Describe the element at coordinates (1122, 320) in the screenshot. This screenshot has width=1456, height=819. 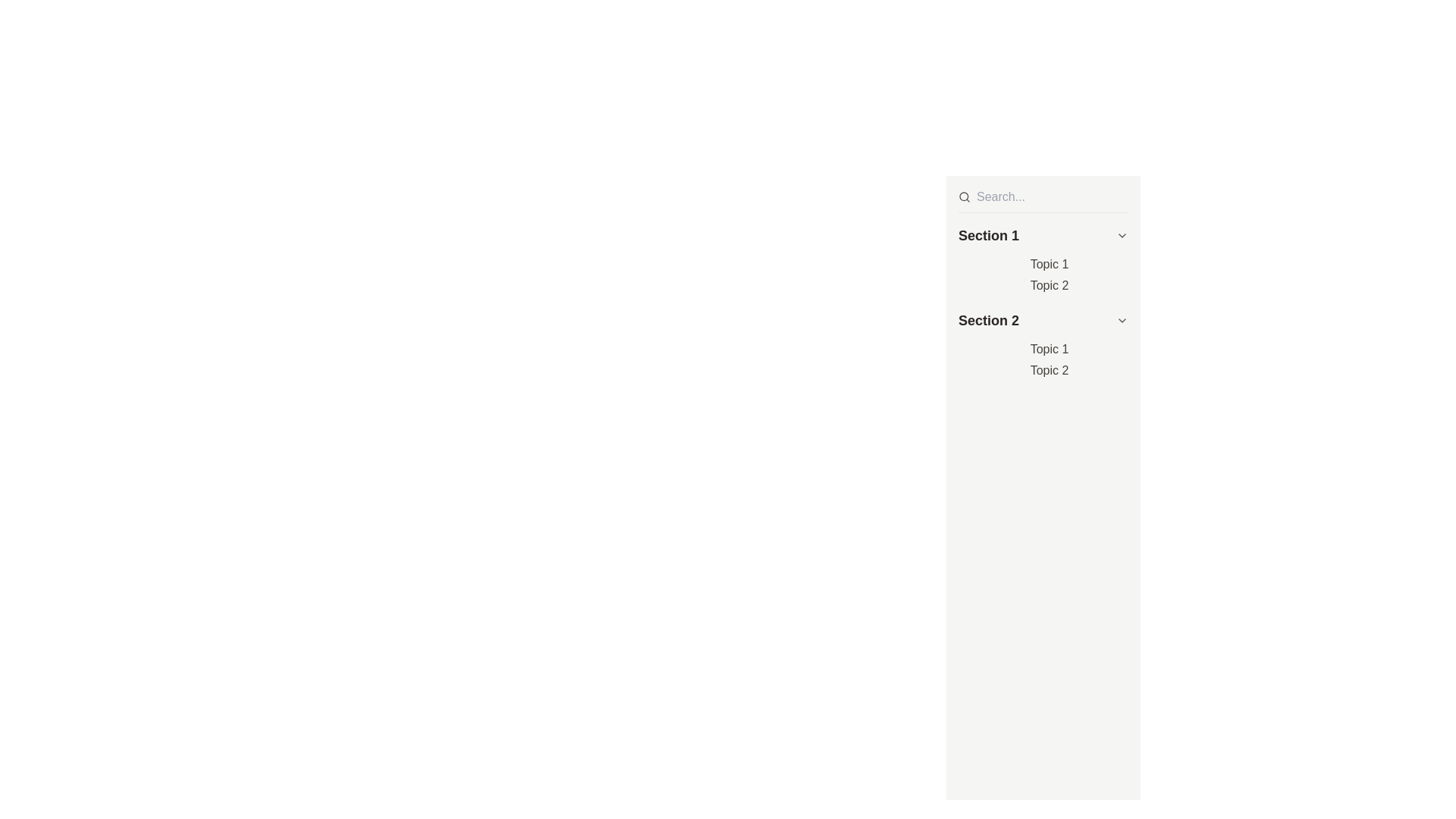
I see `the downward-pointing chevron icon located at the far right of the header labeled 'Section 2'` at that location.